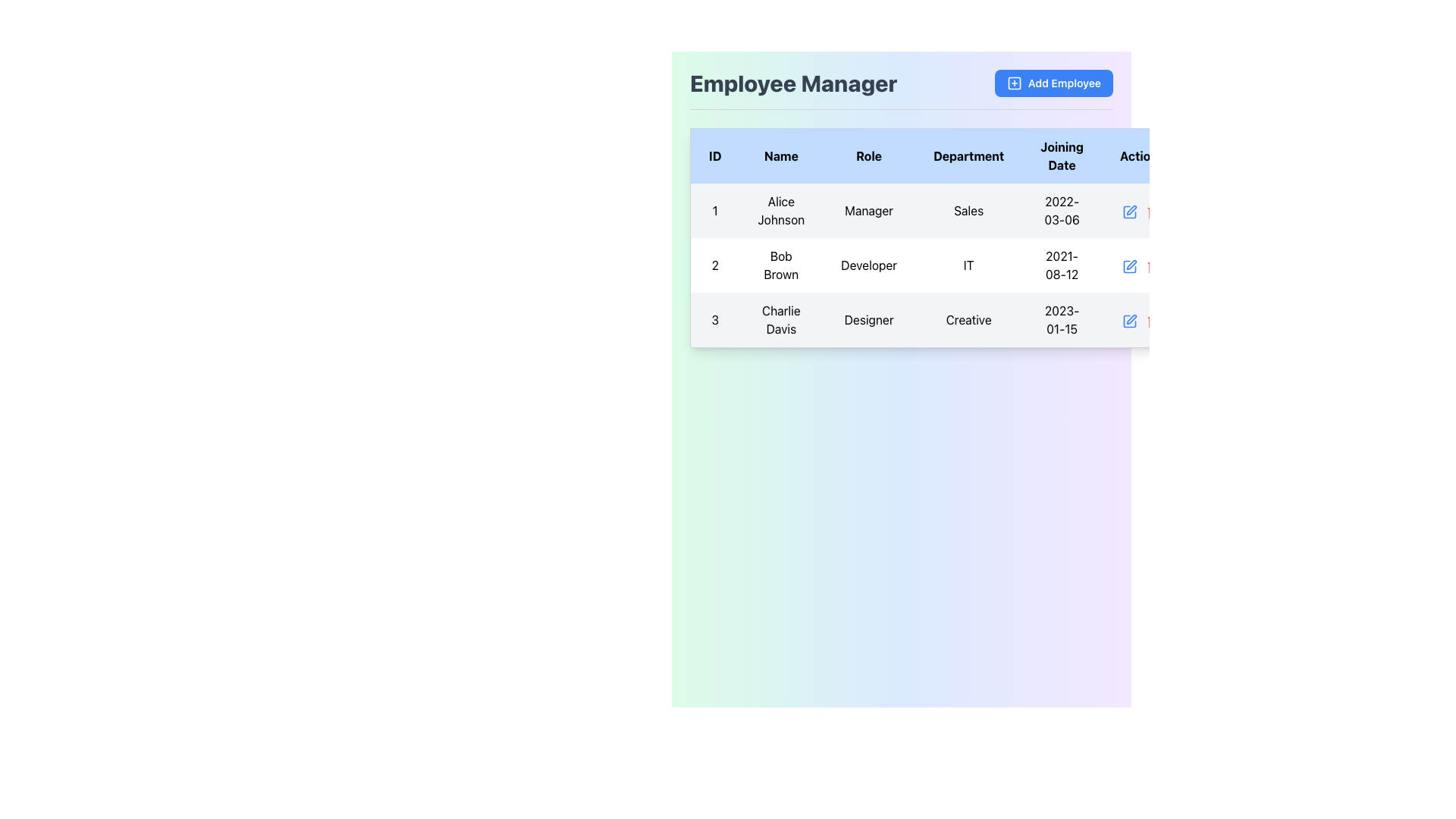  I want to click on the pen-like icon representing the editing action in the 'Action' column of the second row in the 'Employee Manager' table, so click(1131, 264).